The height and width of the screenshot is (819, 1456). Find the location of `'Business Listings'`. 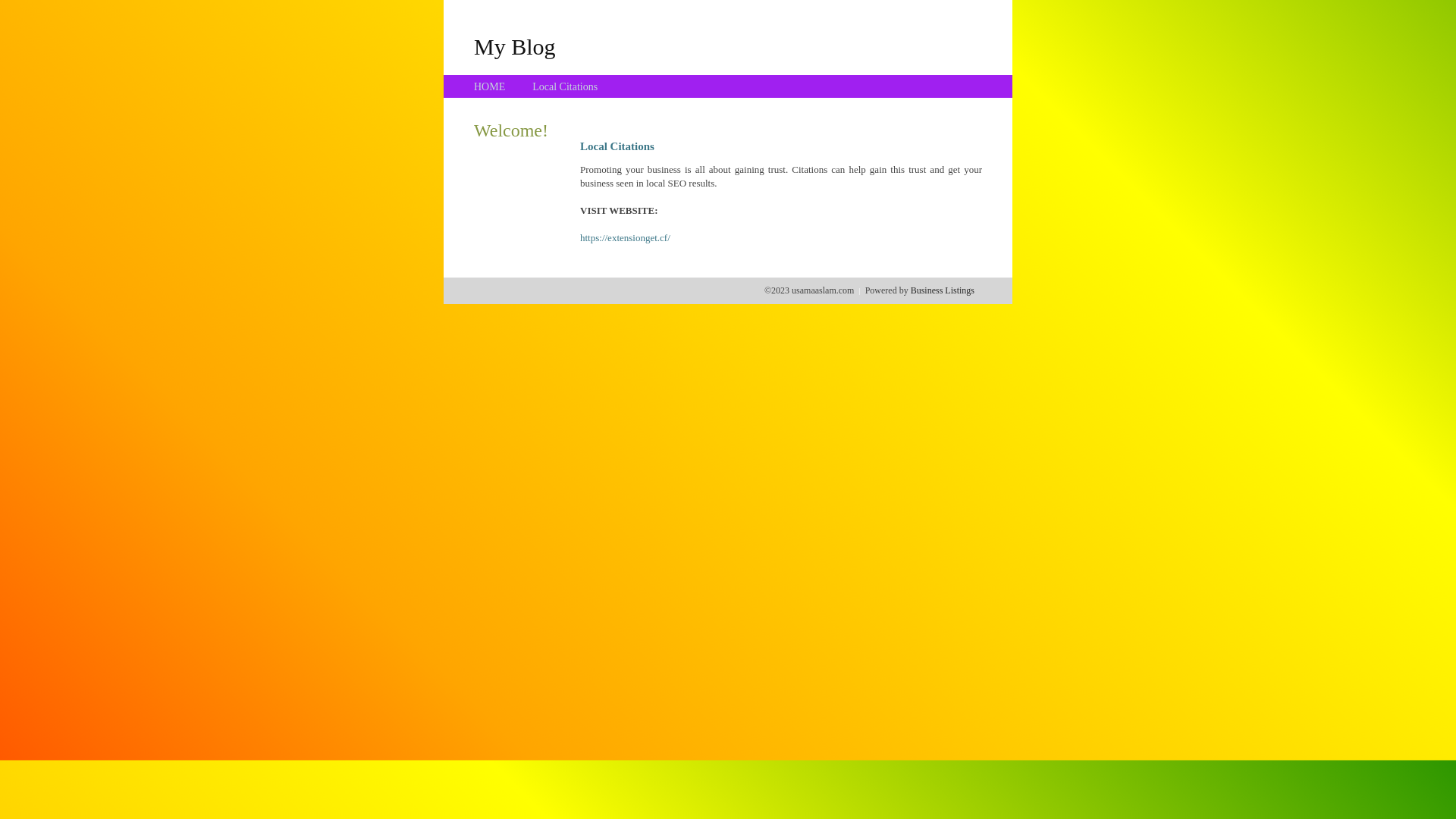

'Business Listings' is located at coordinates (942, 290).